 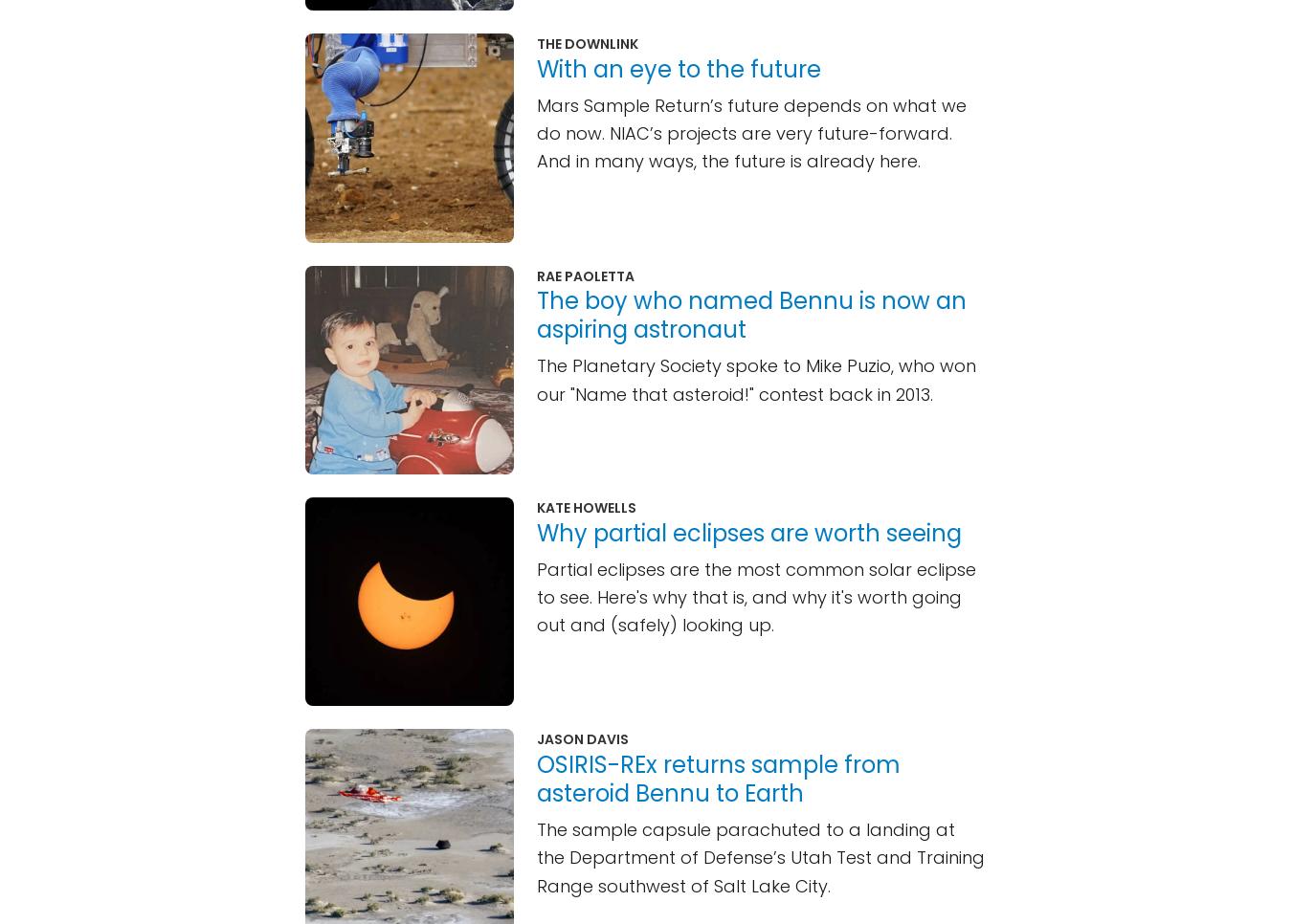 What do you see at coordinates (585, 274) in the screenshot?
I see `'Rae Paoletta'` at bounding box center [585, 274].